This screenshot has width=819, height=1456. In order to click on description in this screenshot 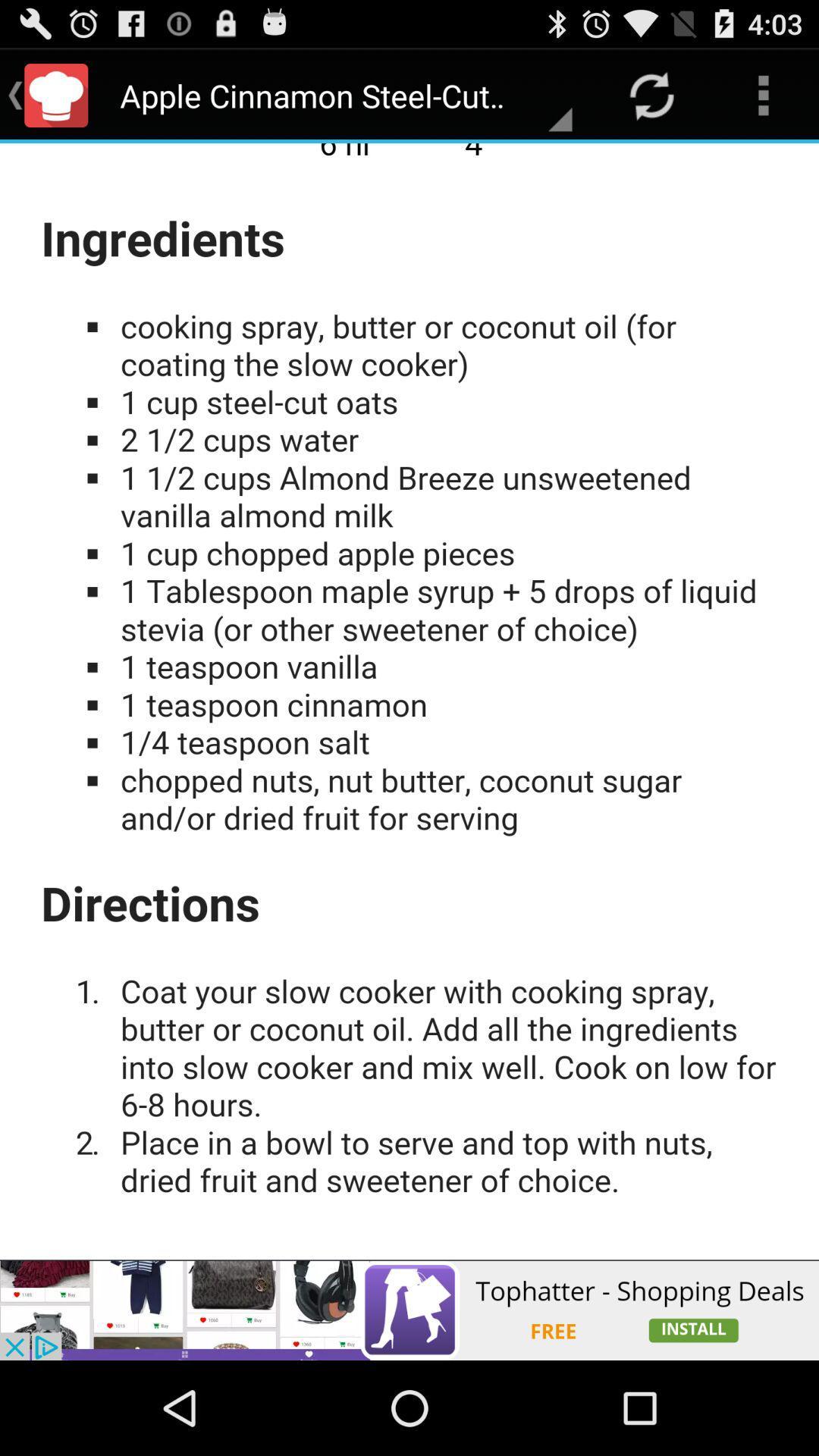, I will do `click(409, 701)`.